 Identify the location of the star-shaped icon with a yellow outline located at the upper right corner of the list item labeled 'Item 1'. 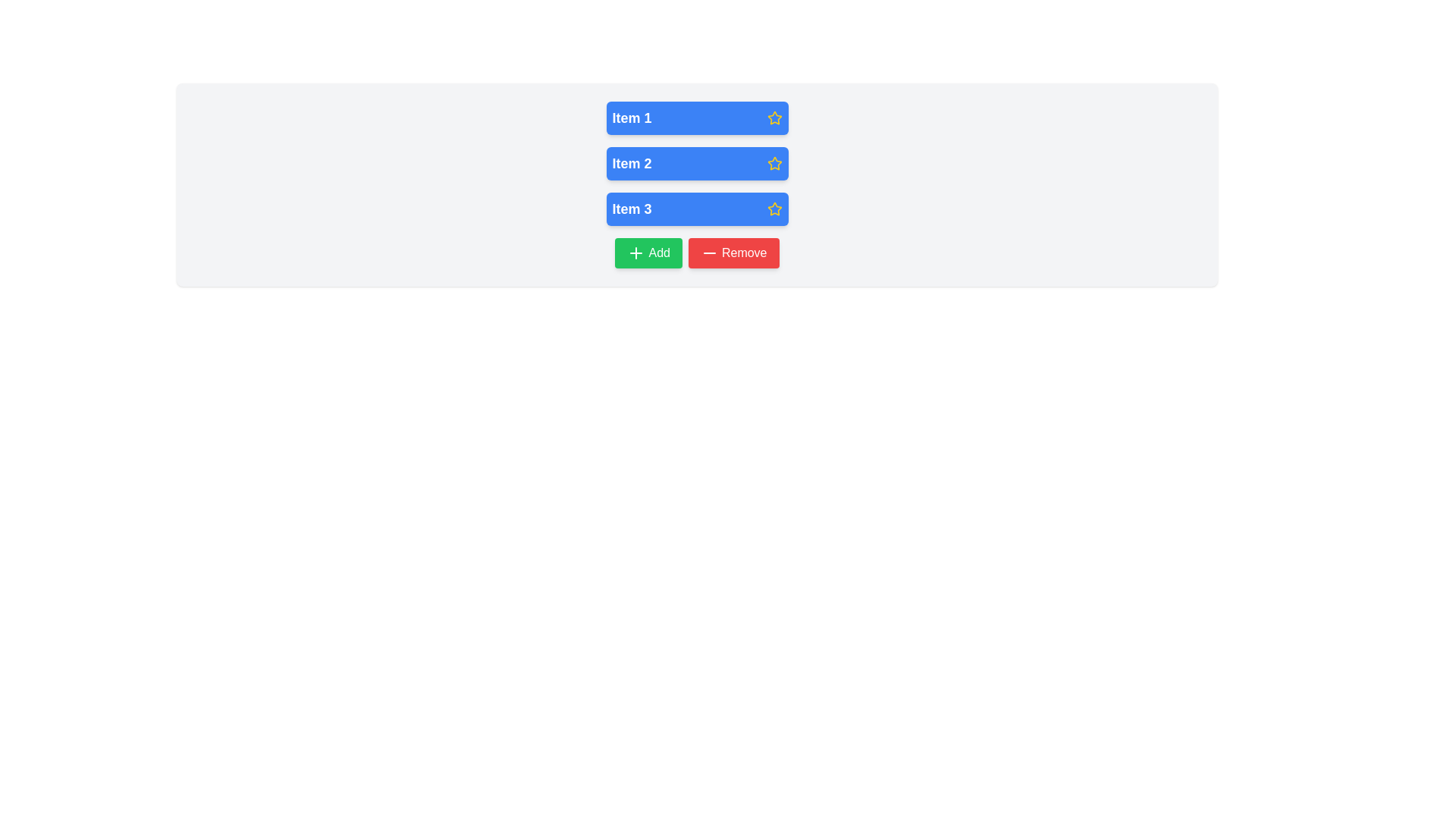
(774, 117).